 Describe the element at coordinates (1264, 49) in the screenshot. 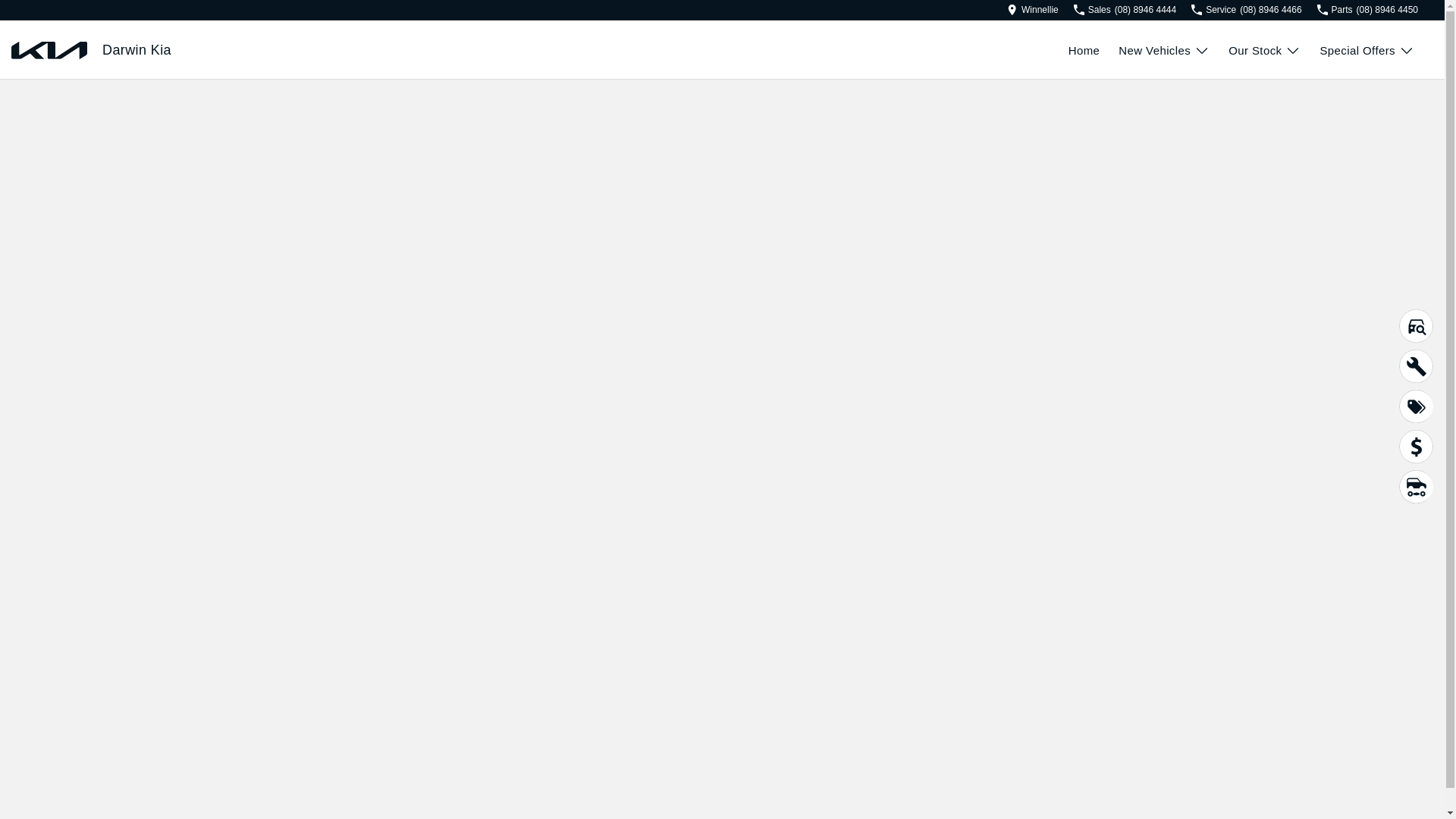

I see `'Our Stock'` at that location.